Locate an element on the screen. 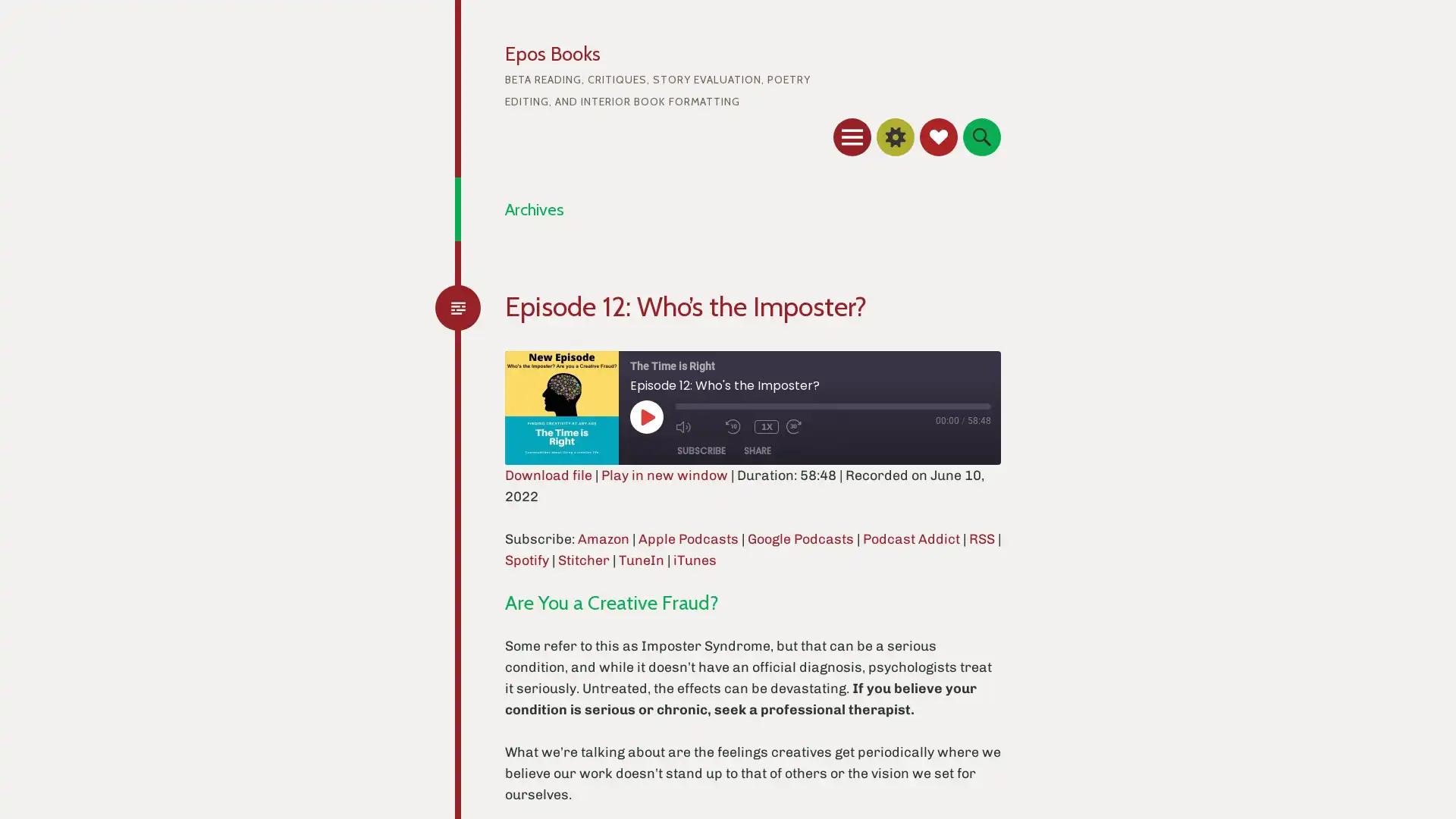 Image resolution: width=1456 pixels, height=819 pixels. FAST FORWARD 30 SECONDS is located at coordinates (807, 426).